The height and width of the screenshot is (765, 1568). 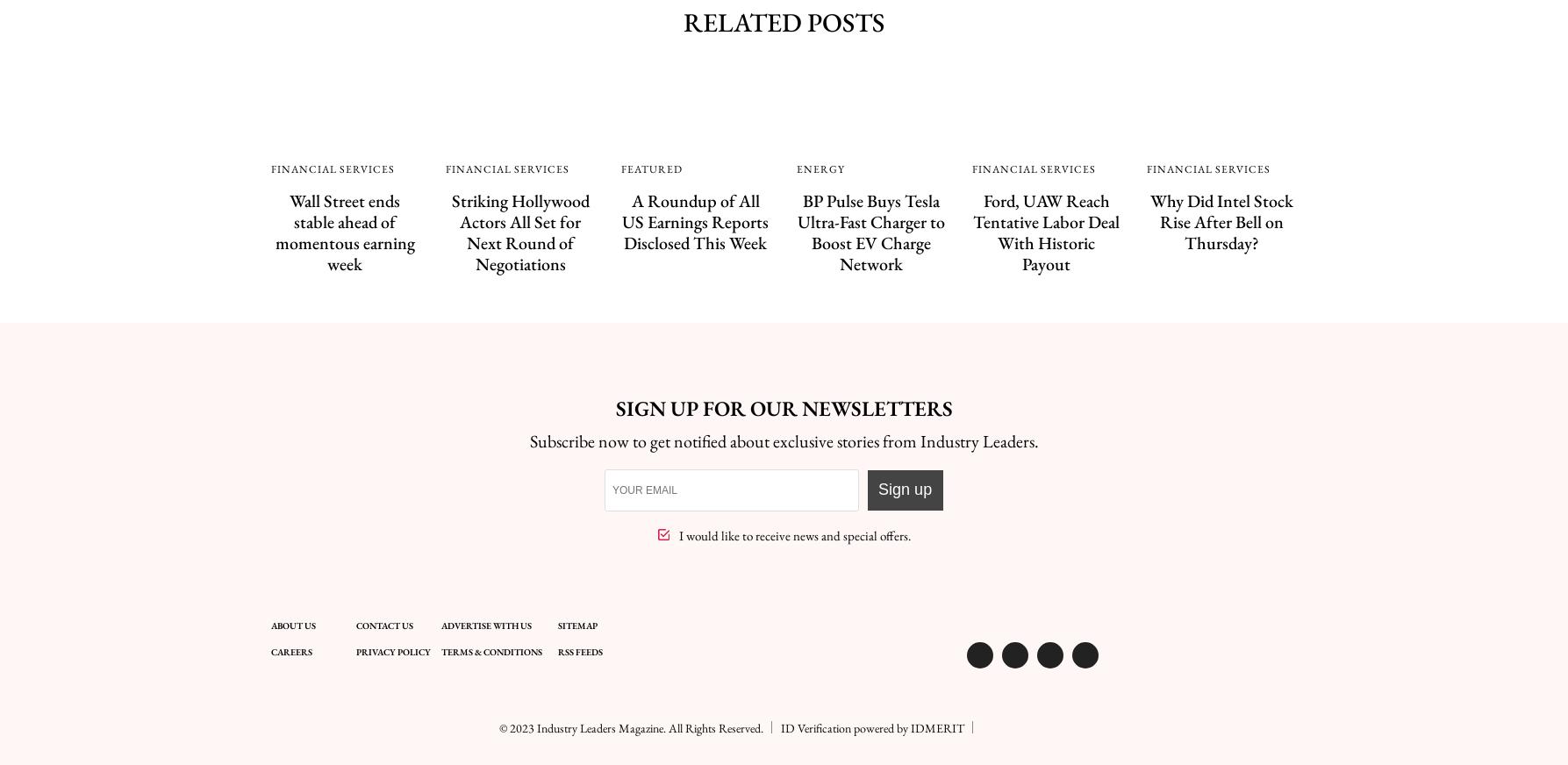 What do you see at coordinates (392, 651) in the screenshot?
I see `'Privacy Policy'` at bounding box center [392, 651].